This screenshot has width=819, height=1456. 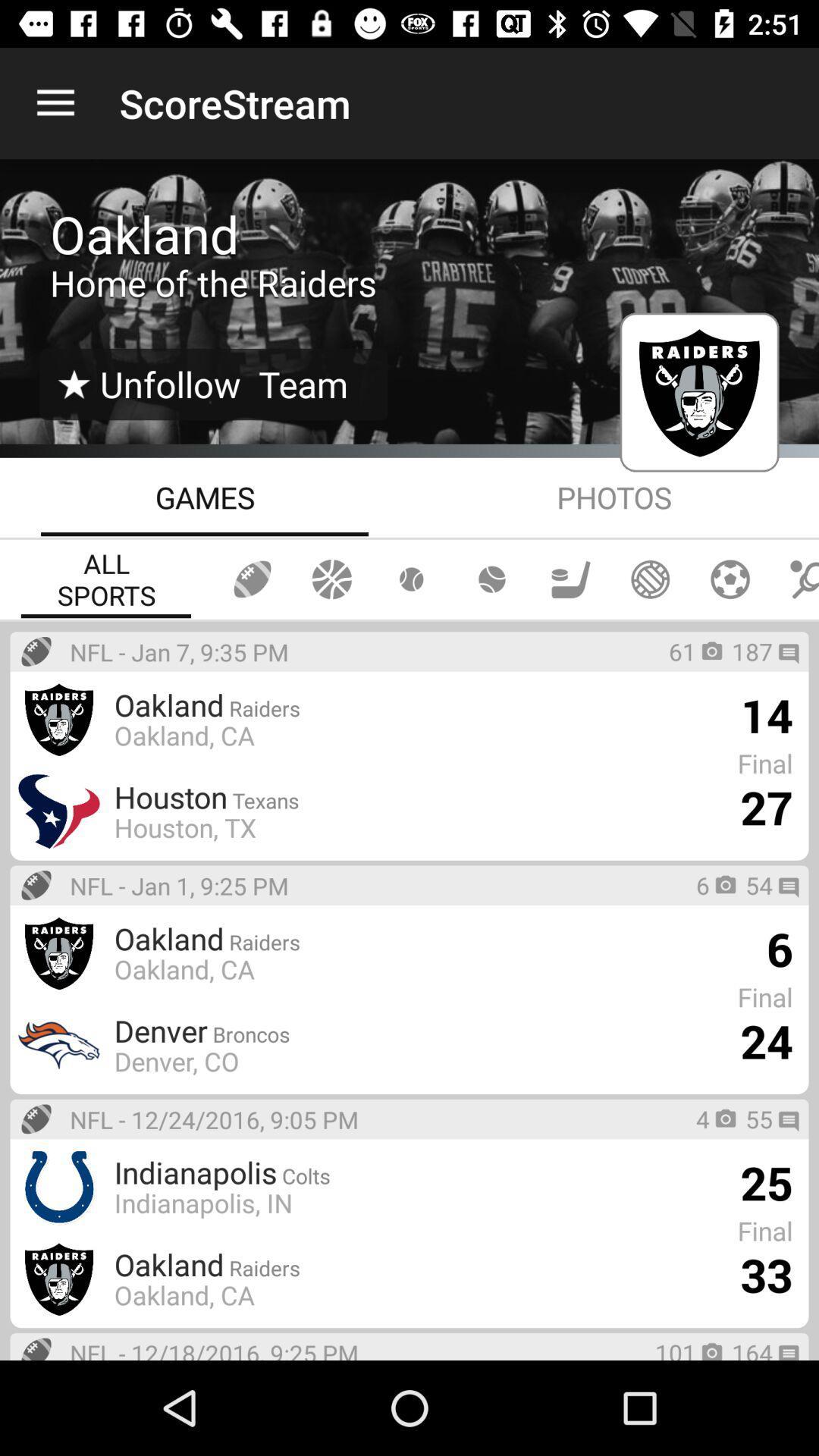 What do you see at coordinates (176, 1060) in the screenshot?
I see `the app below oakland, ca icon` at bounding box center [176, 1060].